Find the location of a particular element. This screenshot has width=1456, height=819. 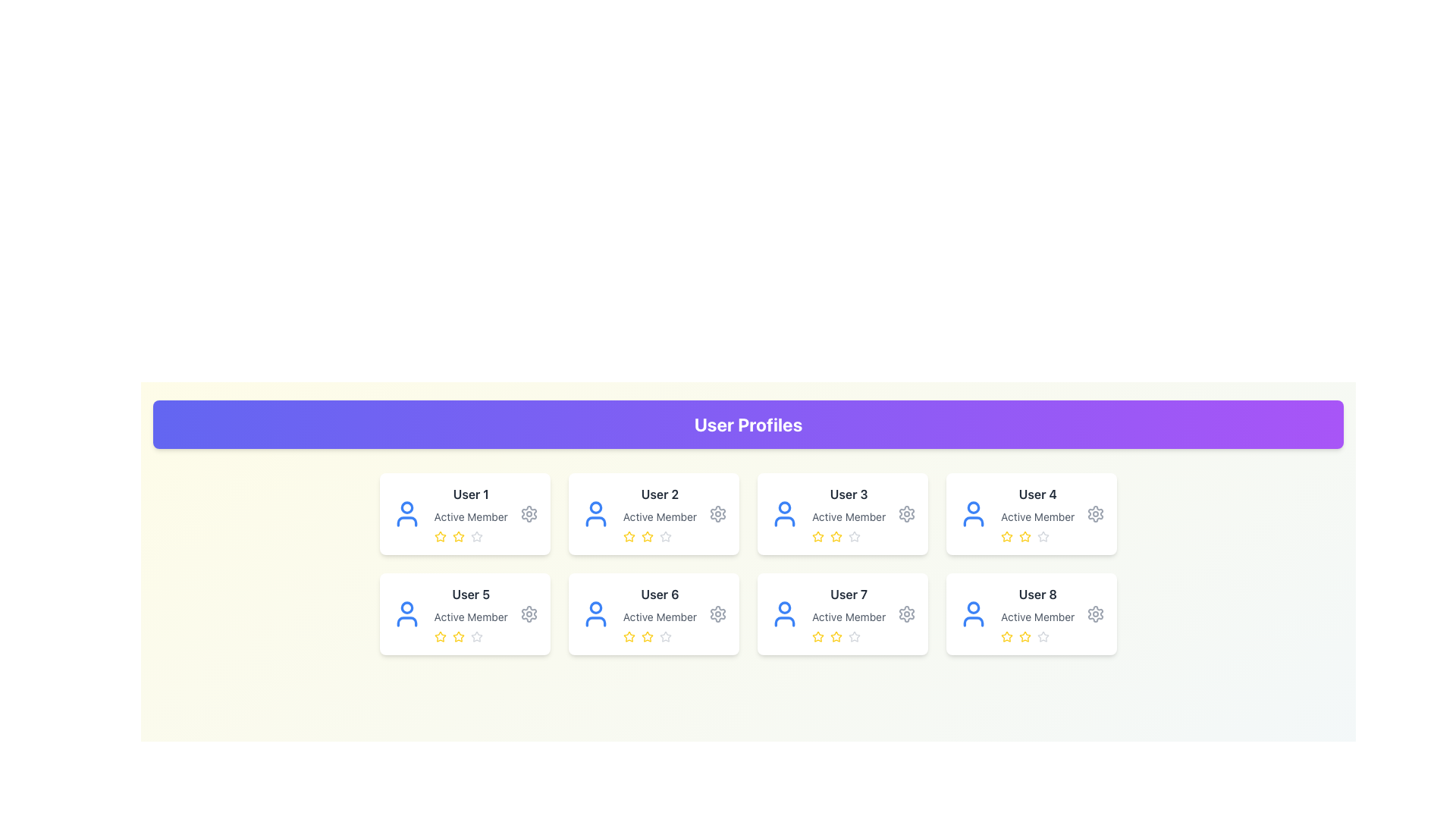

the third yellow star in the rating system within the 'User 5' UI card is located at coordinates (457, 637).